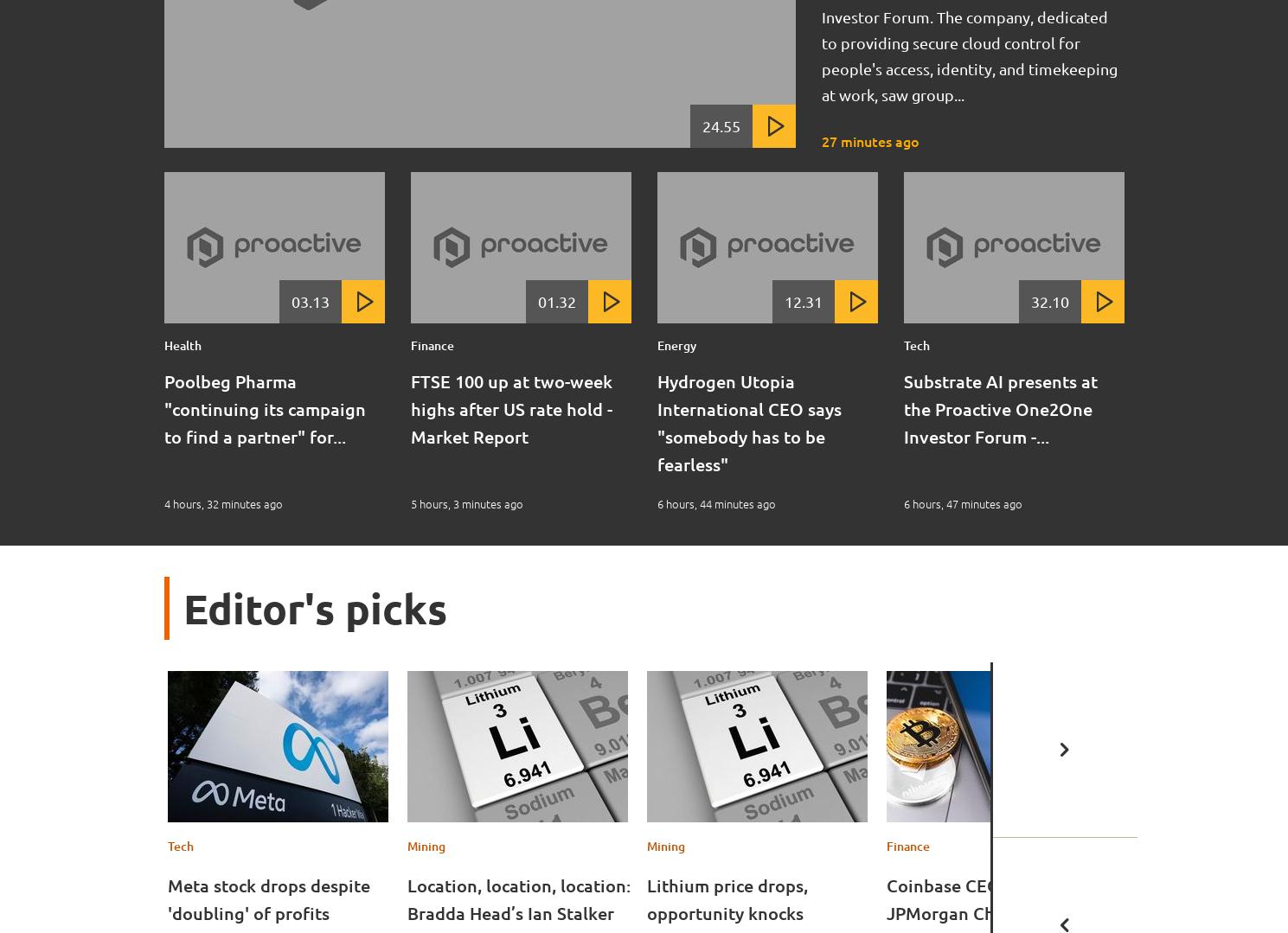 This screenshot has width=1288, height=933. I want to click on '27 minutes ago', so click(868, 140).